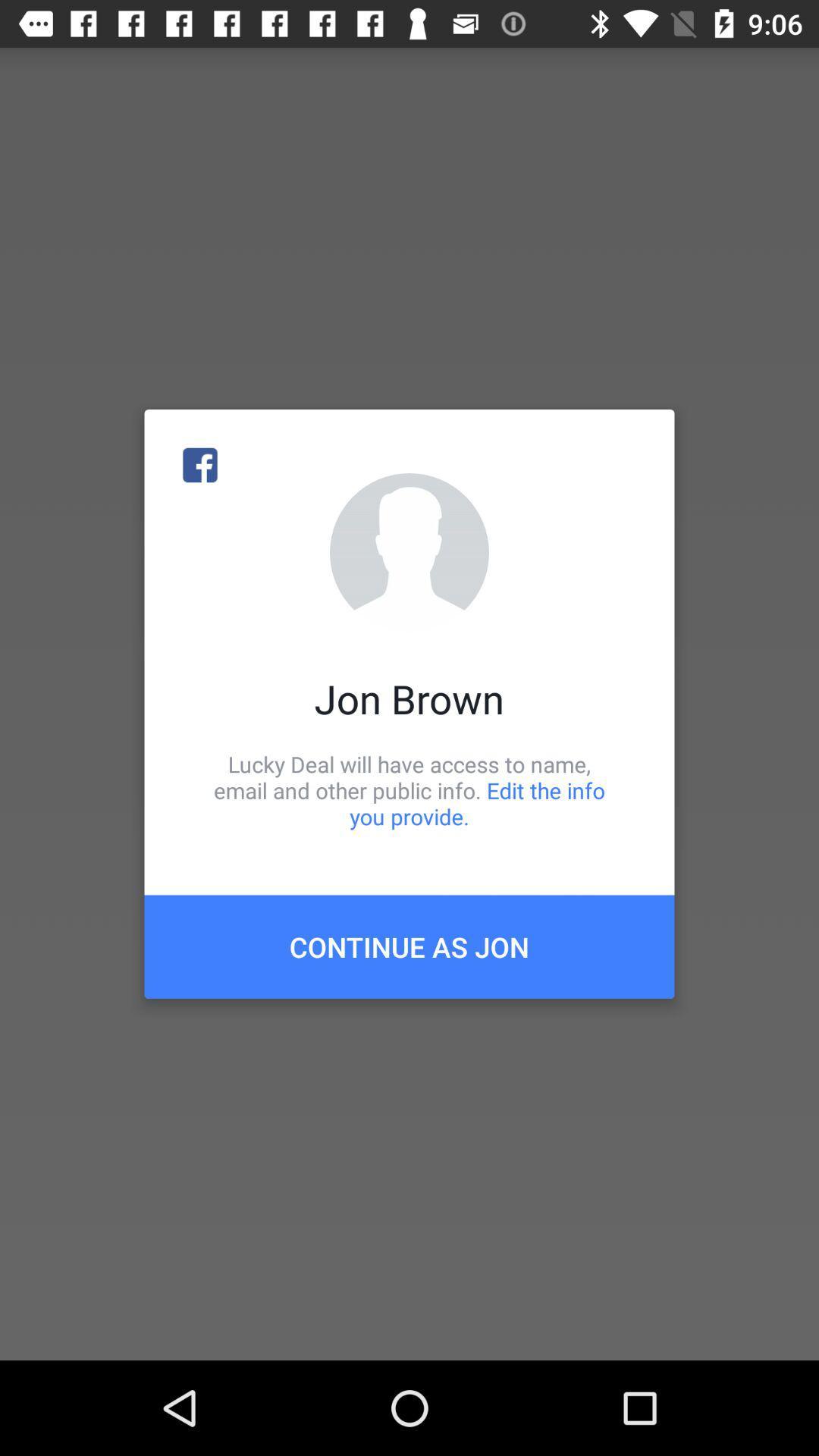 The height and width of the screenshot is (1456, 819). I want to click on the continue as jon, so click(409, 946).